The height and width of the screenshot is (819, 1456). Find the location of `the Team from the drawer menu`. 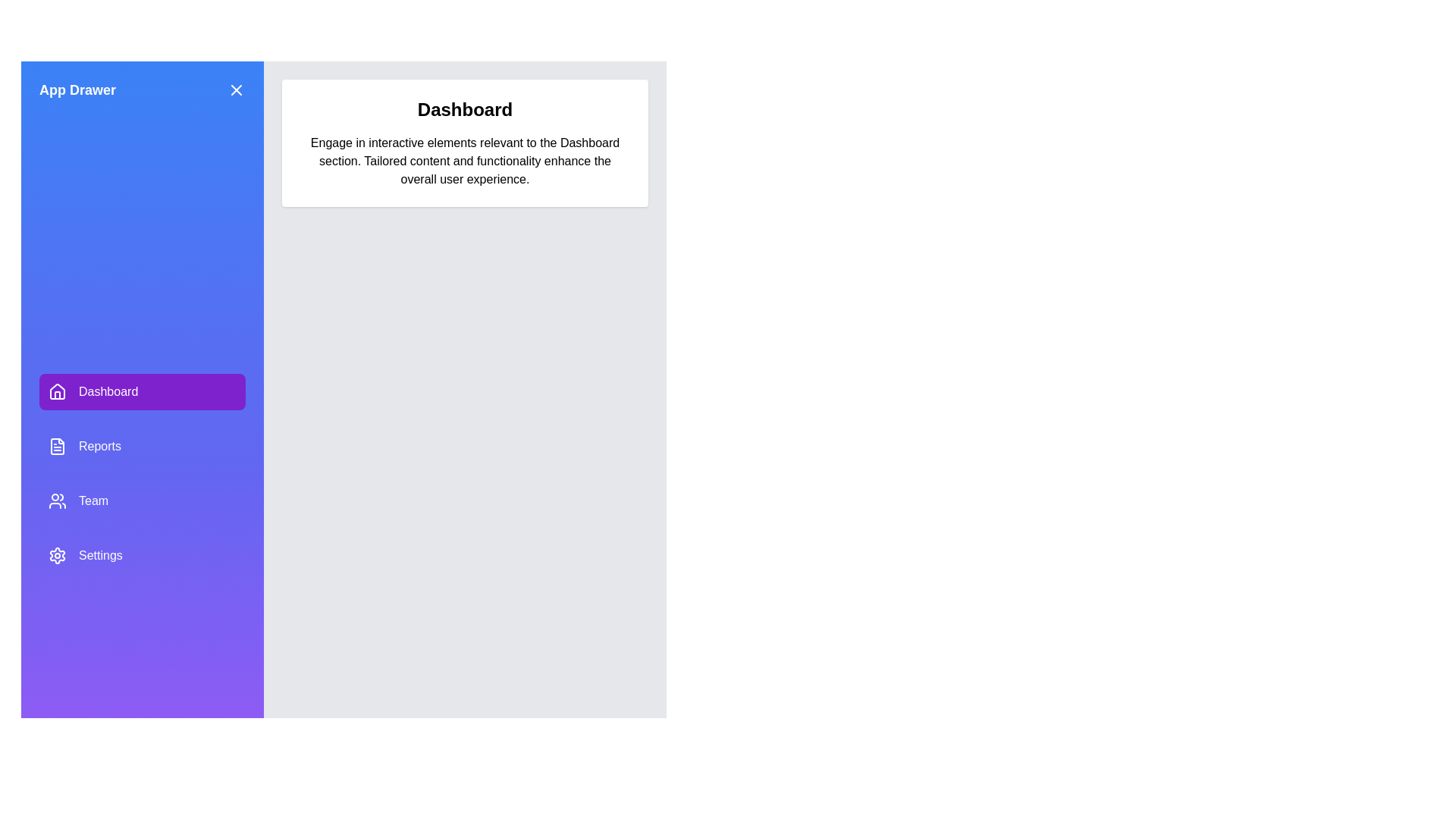

the Team from the drawer menu is located at coordinates (142, 500).